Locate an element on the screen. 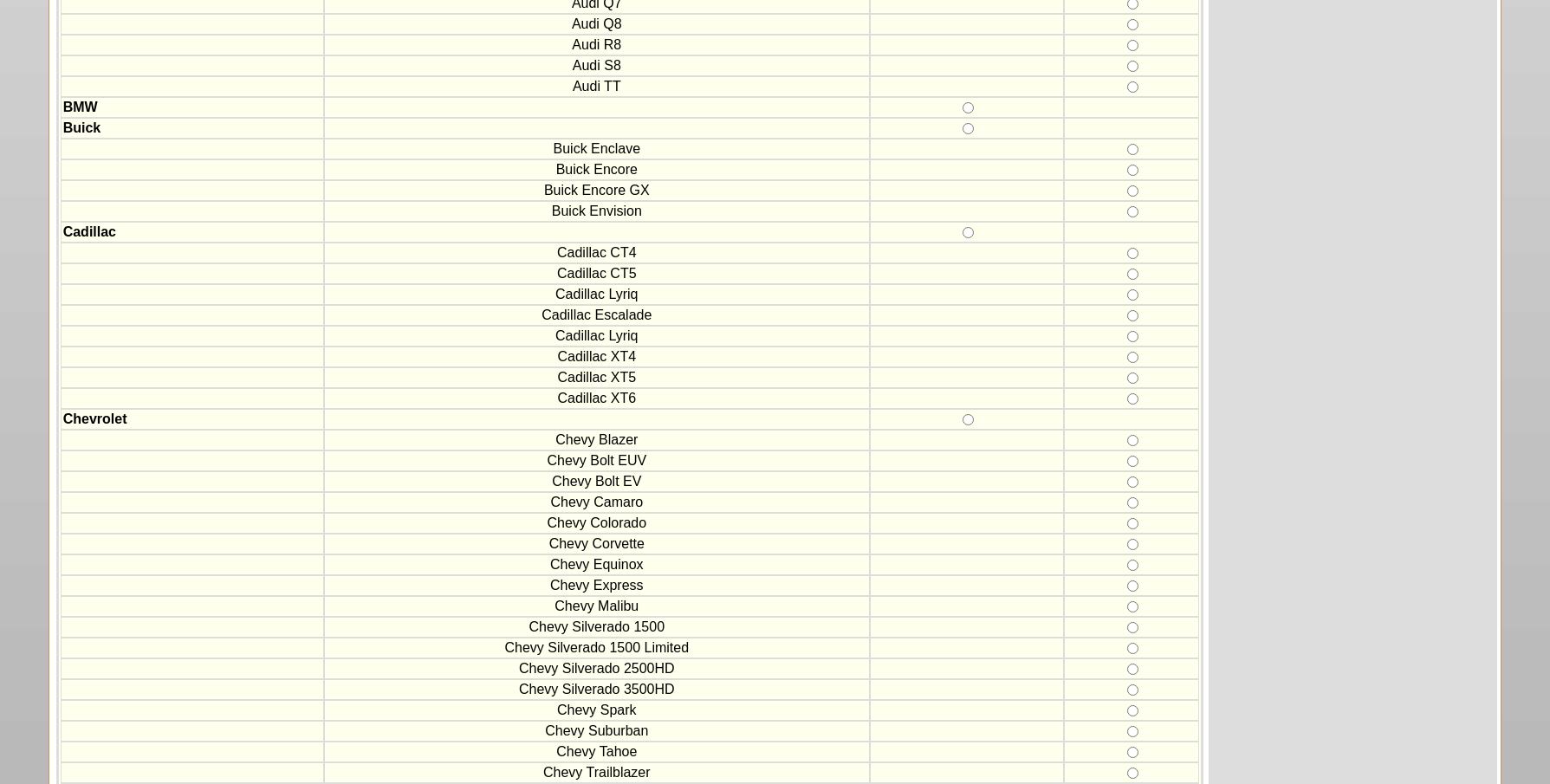  'Chevy Silverado 3500HD' is located at coordinates (518, 689).